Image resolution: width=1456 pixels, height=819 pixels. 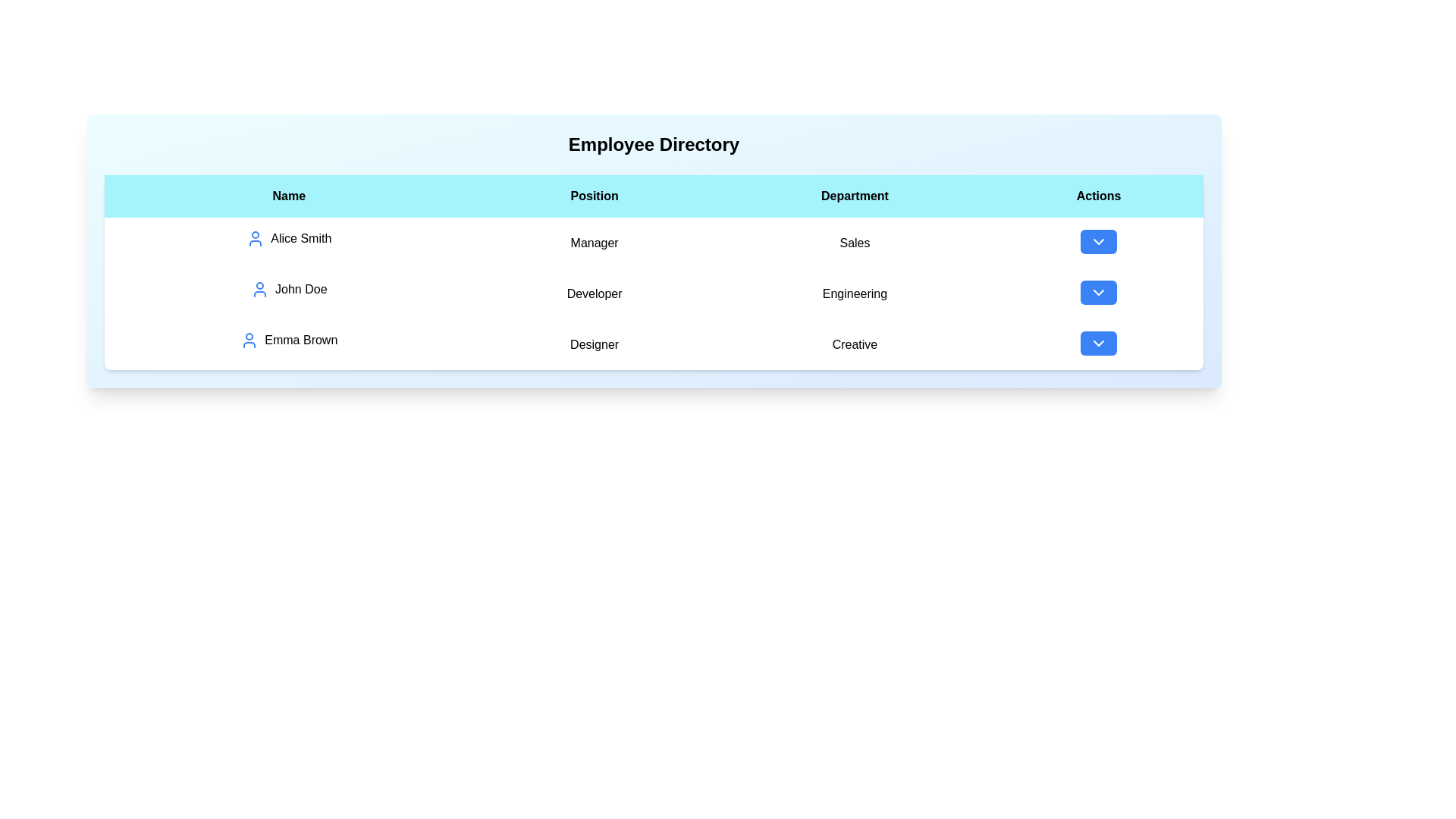 I want to click on the user icon representing 'John Doe' in the employee directory table, located in the second row of the 'Name' column, so click(x=260, y=289).